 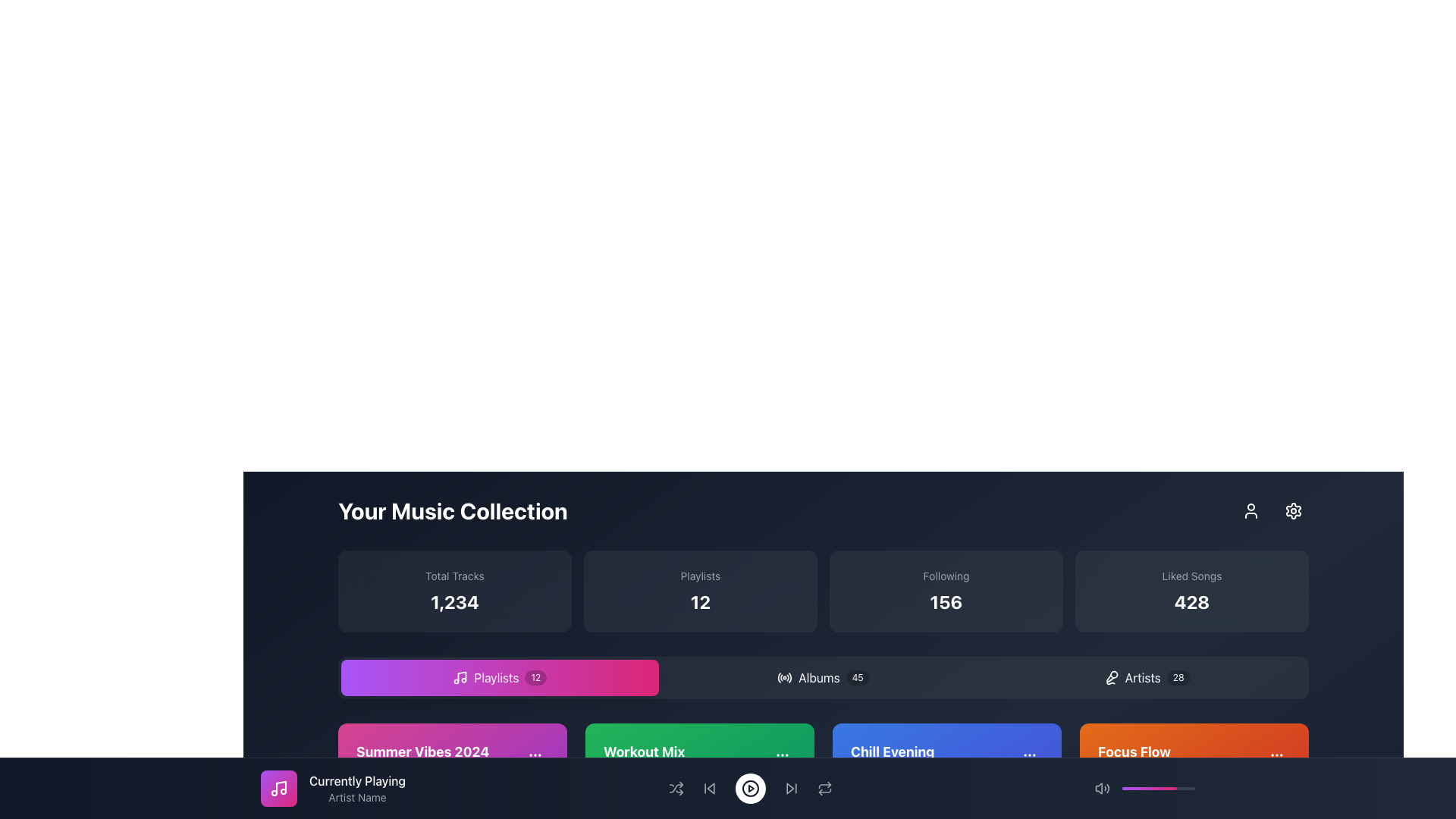 I want to click on the 'Summer Vibes 2024' text display component in the 'Your Music Collection' section under the 'Playlists' tab, which shows details about the playlist including its name and the number of tracks, so click(x=451, y=761).